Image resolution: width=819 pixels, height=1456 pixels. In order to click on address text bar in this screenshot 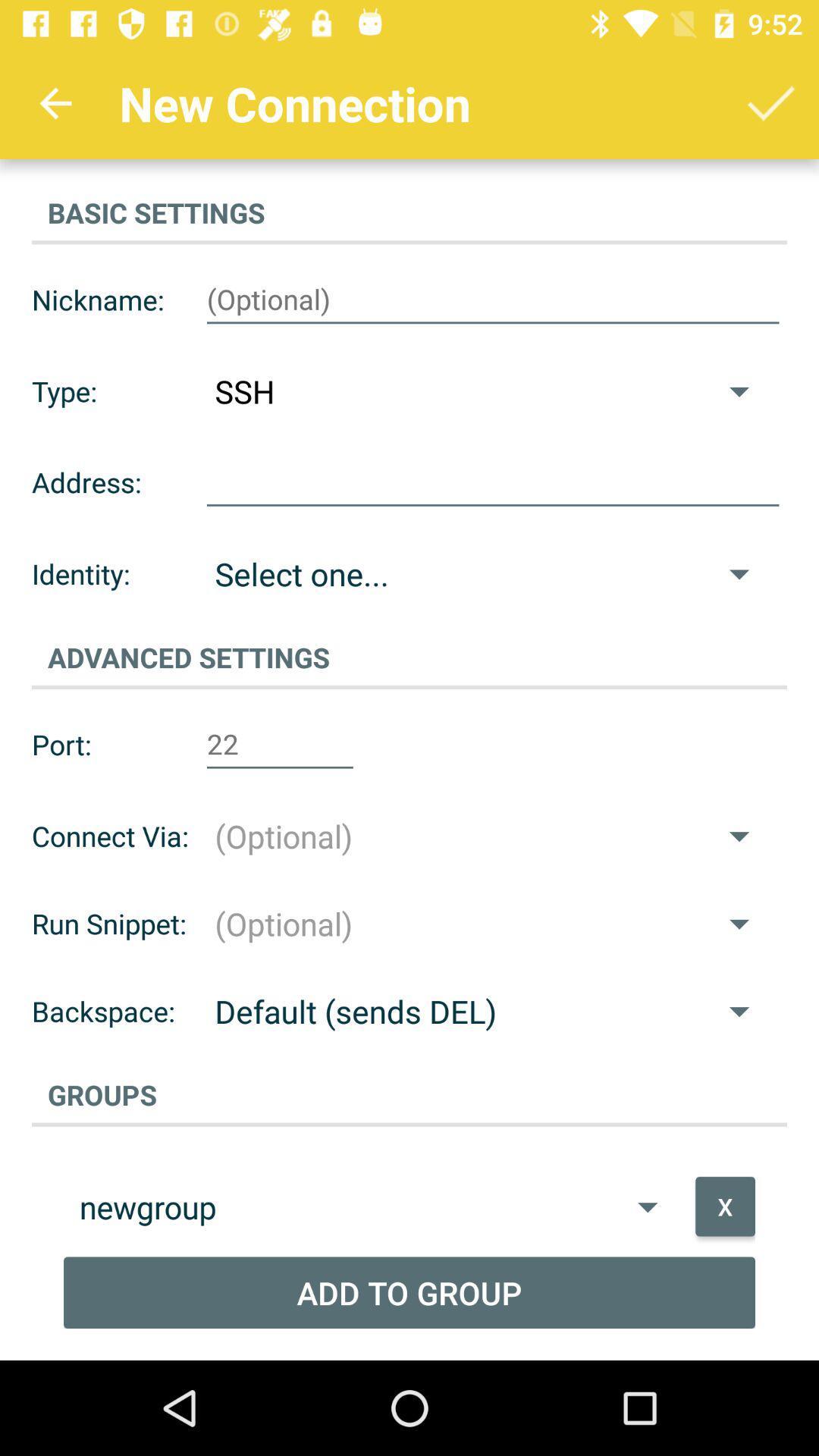, I will do `click(493, 482)`.